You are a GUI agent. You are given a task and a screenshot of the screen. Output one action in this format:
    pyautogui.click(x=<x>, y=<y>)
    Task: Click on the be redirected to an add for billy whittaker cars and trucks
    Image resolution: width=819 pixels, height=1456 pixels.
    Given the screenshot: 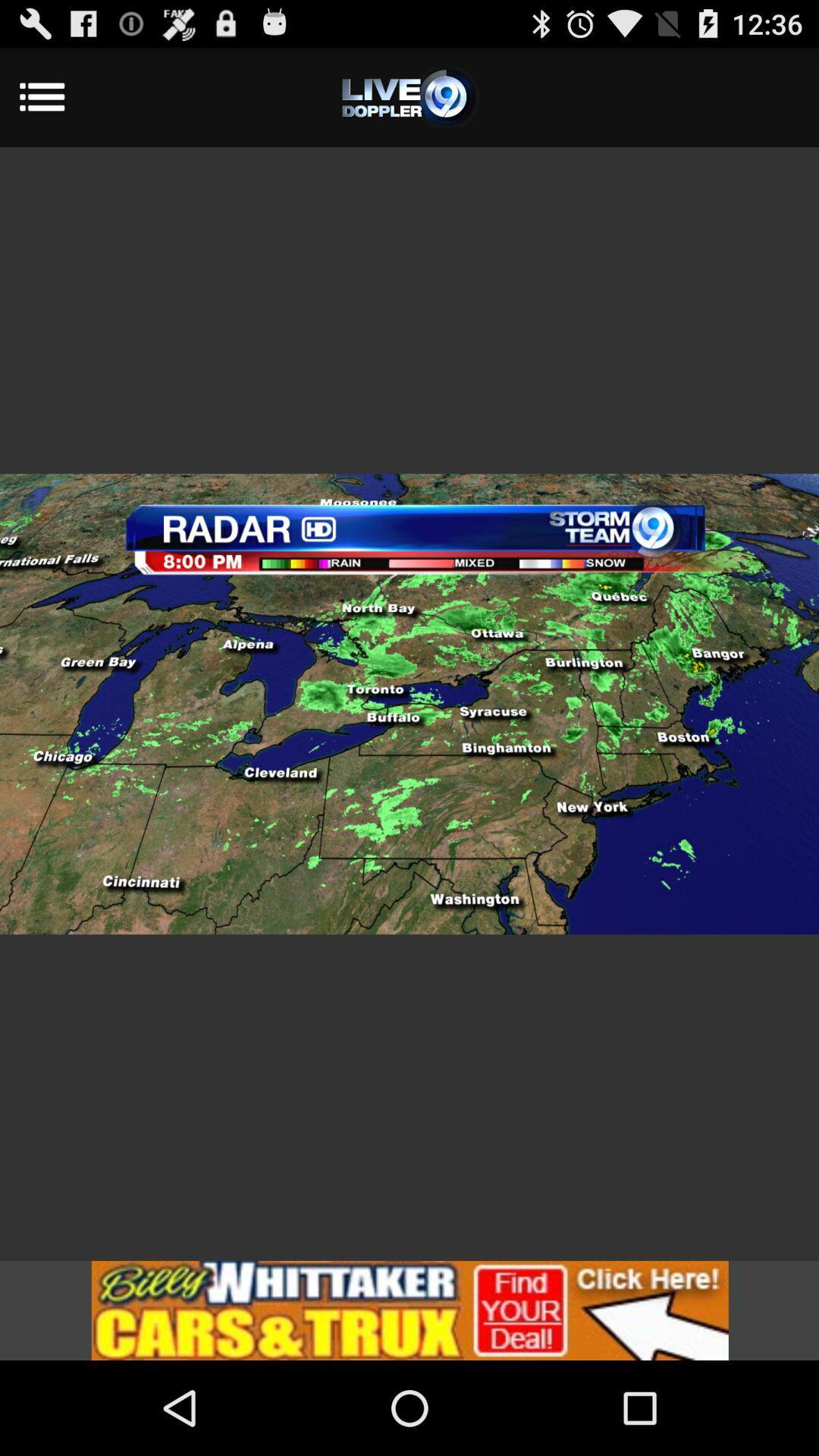 What is the action you would take?
    pyautogui.click(x=409, y=1310)
    